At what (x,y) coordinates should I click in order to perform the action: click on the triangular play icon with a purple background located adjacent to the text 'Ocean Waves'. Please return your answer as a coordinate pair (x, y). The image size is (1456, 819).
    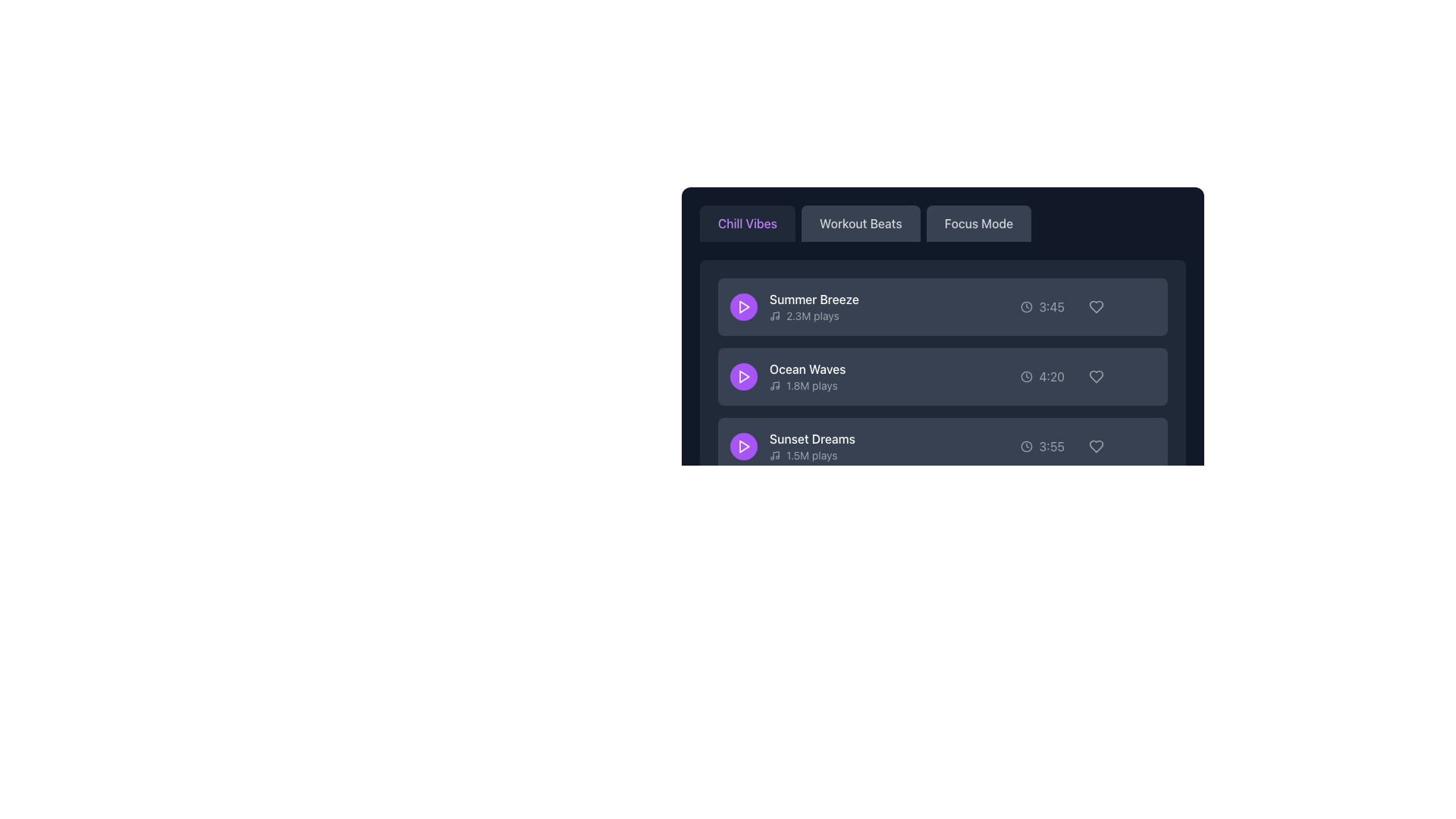
    Looking at the image, I should click on (744, 376).